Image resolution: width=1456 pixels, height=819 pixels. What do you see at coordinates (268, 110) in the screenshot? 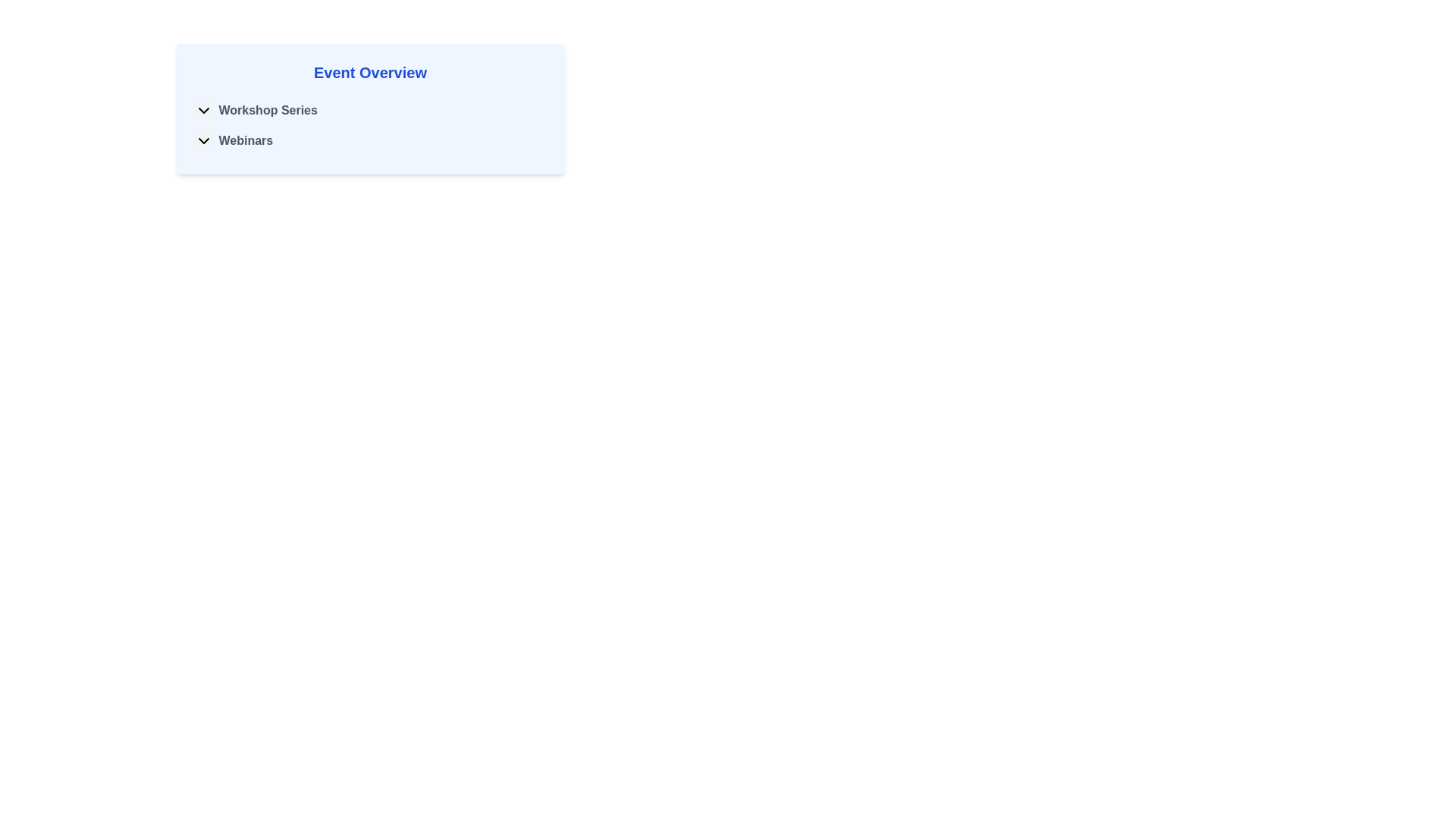
I see `the text label that describes the 'Workshop Series' section, which is located under the 'Event Overview' header and is the first item in the list` at bounding box center [268, 110].